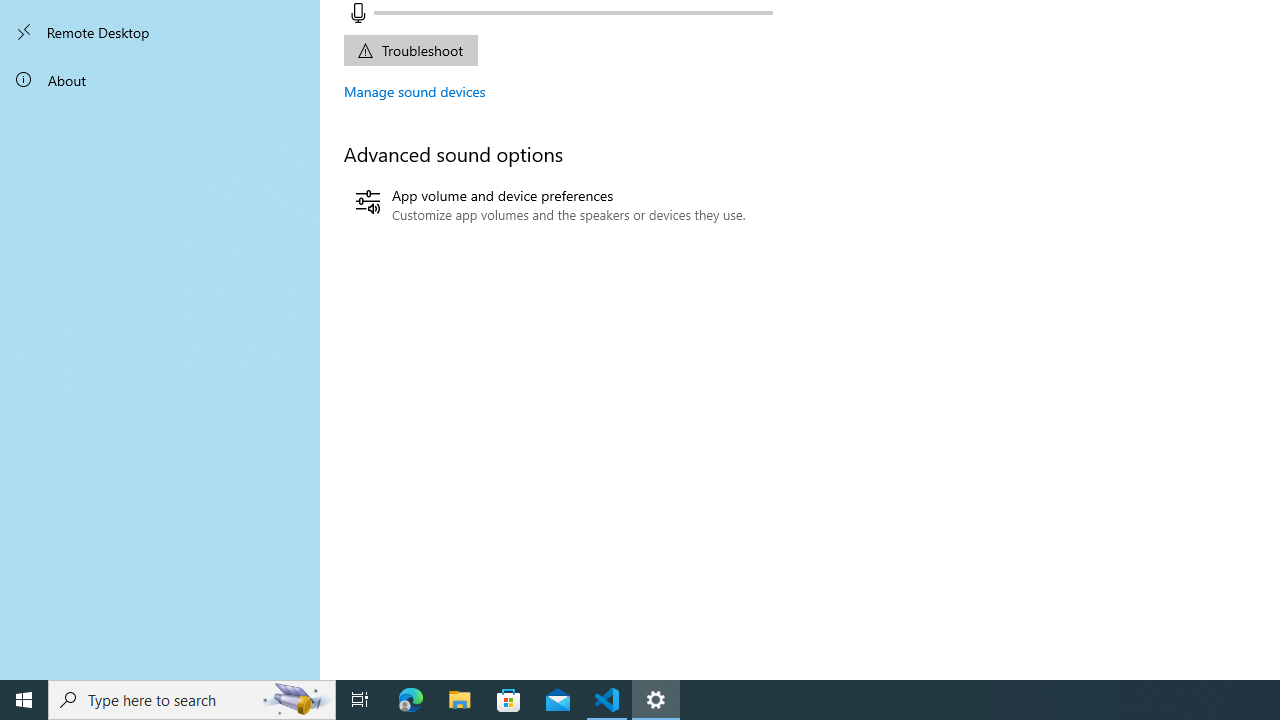  What do you see at coordinates (409, 49) in the screenshot?
I see `'Input device troubleshoot'` at bounding box center [409, 49].